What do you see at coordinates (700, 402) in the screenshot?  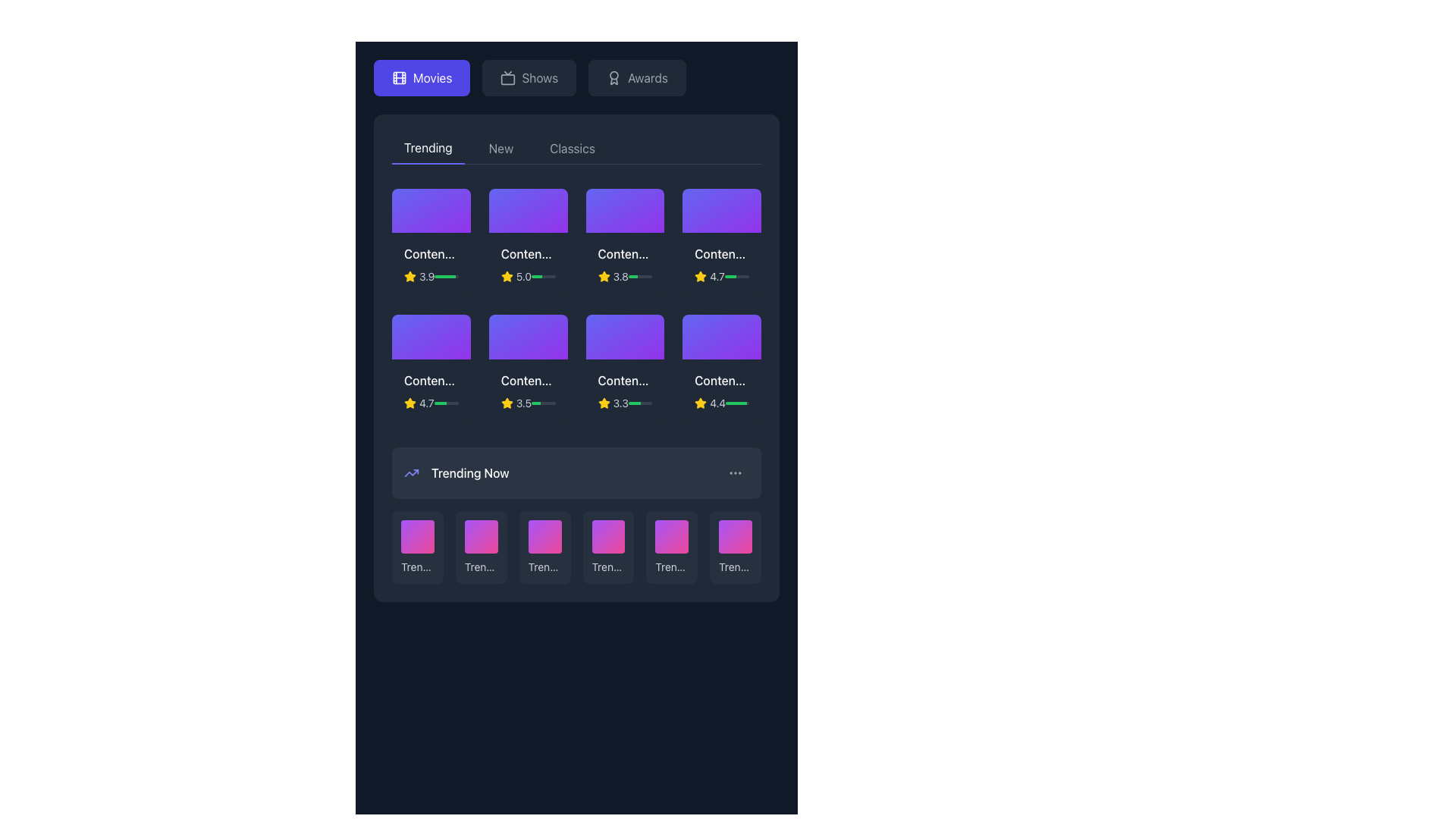 I see `the star icon that indicates user ratings, located in the lower region of the content card to the left of the rating score under the 'Trending' tab` at bounding box center [700, 402].